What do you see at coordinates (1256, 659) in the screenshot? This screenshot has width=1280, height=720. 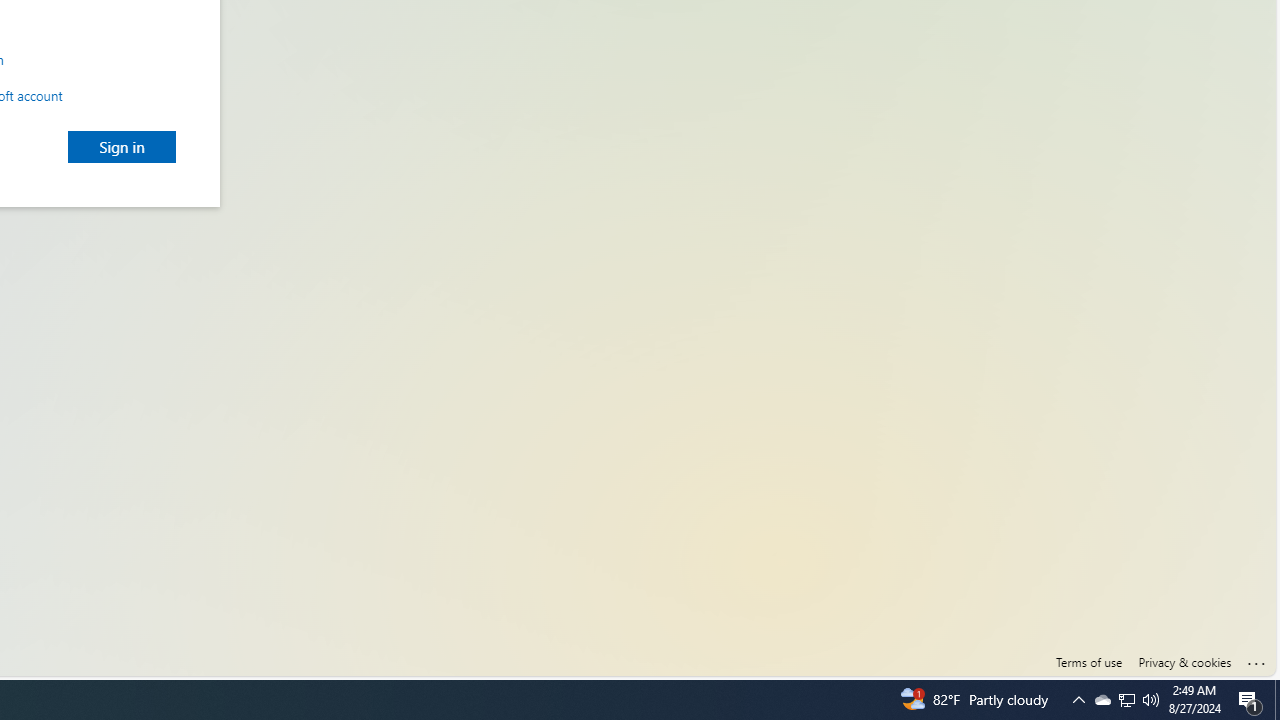 I see `'Click here for troubleshooting information'` at bounding box center [1256, 659].